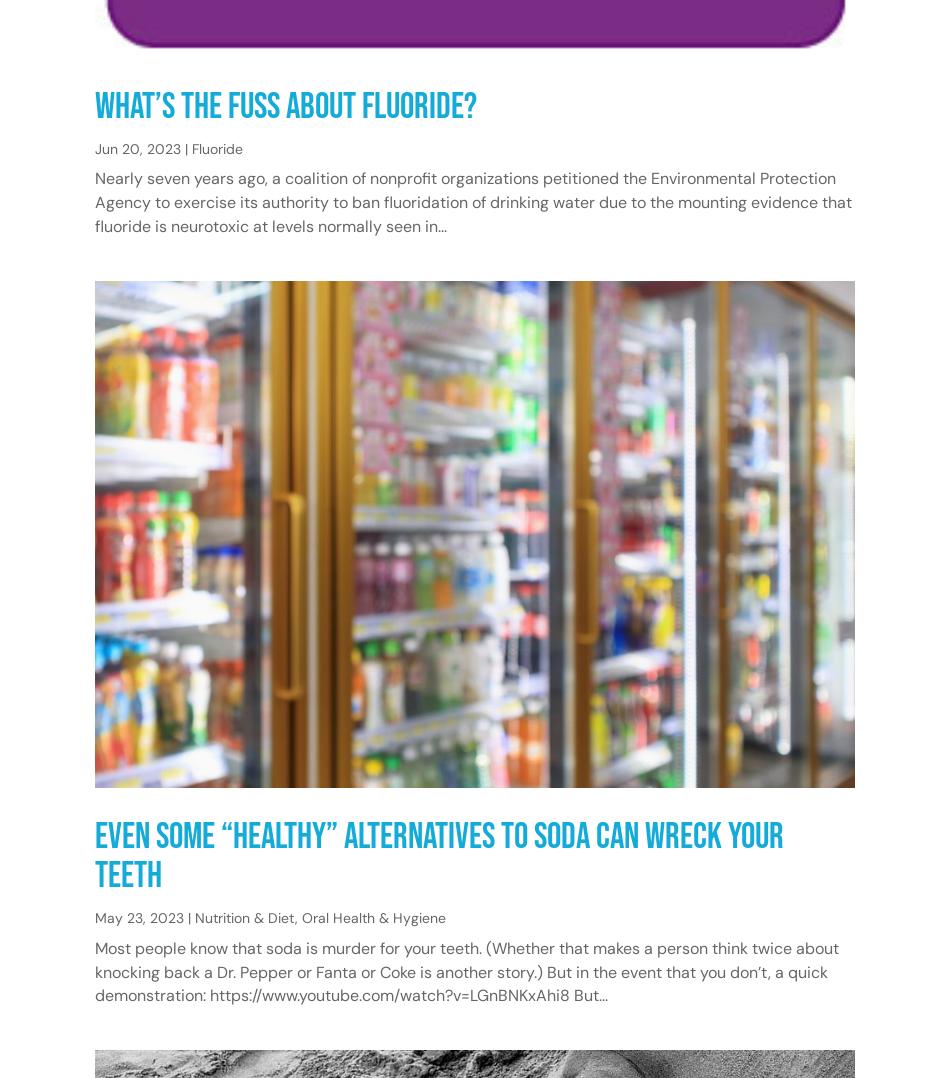  I want to click on 'Even Some “Healthy” Alternatives to Soda Can Wreck Your Teeth', so click(438, 855).